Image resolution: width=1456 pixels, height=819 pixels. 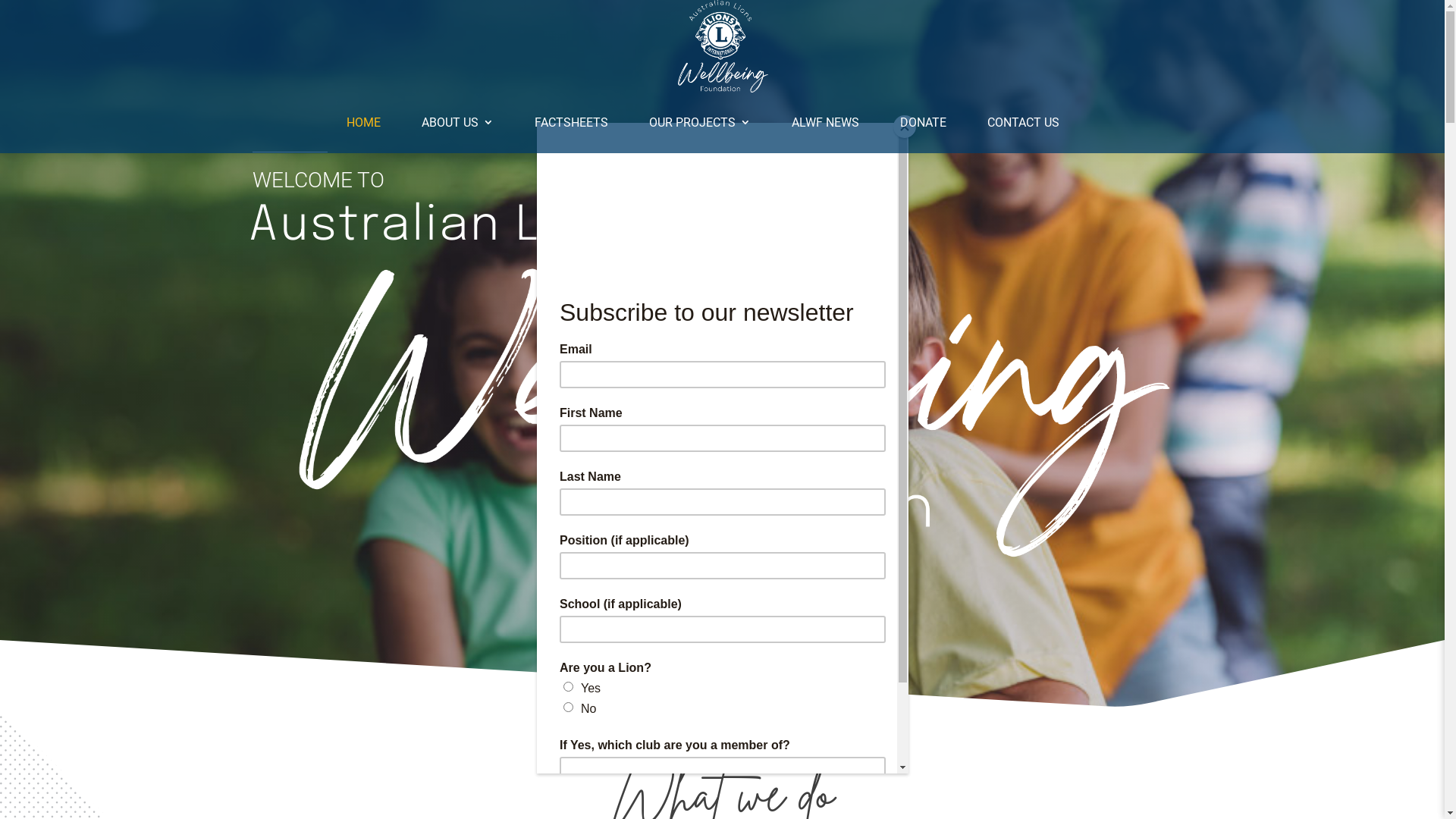 I want to click on 'Wellbeing_With_Foundation_ALWF_RBG-05', so click(x=720, y=409).